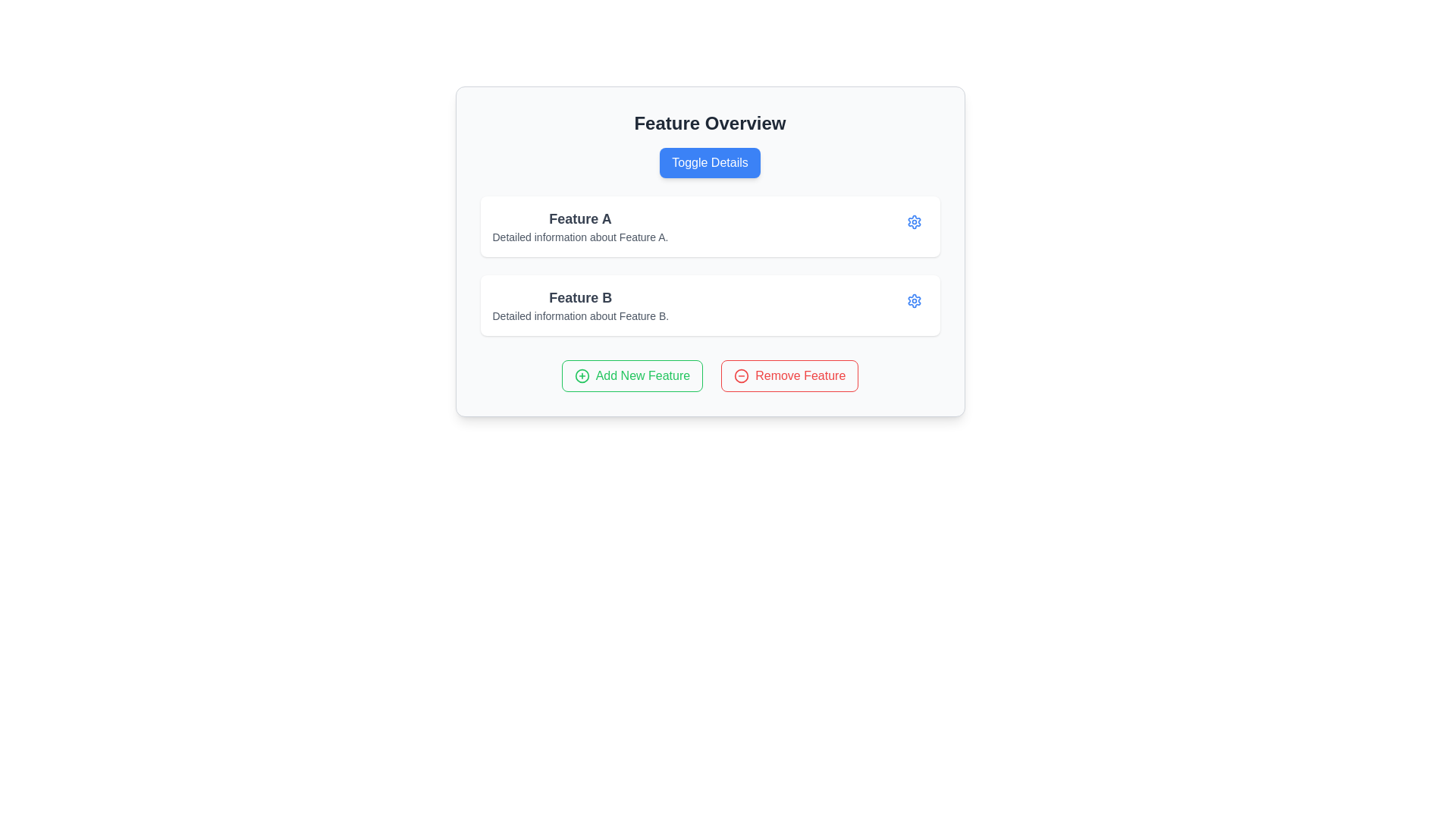 The image size is (1456, 819). What do you see at coordinates (579, 237) in the screenshot?
I see `the static text element that reads 'Detailed information about Feature A.', which is styled in a smaller gray font and positioned beneath the 'Feature A' heading` at bounding box center [579, 237].